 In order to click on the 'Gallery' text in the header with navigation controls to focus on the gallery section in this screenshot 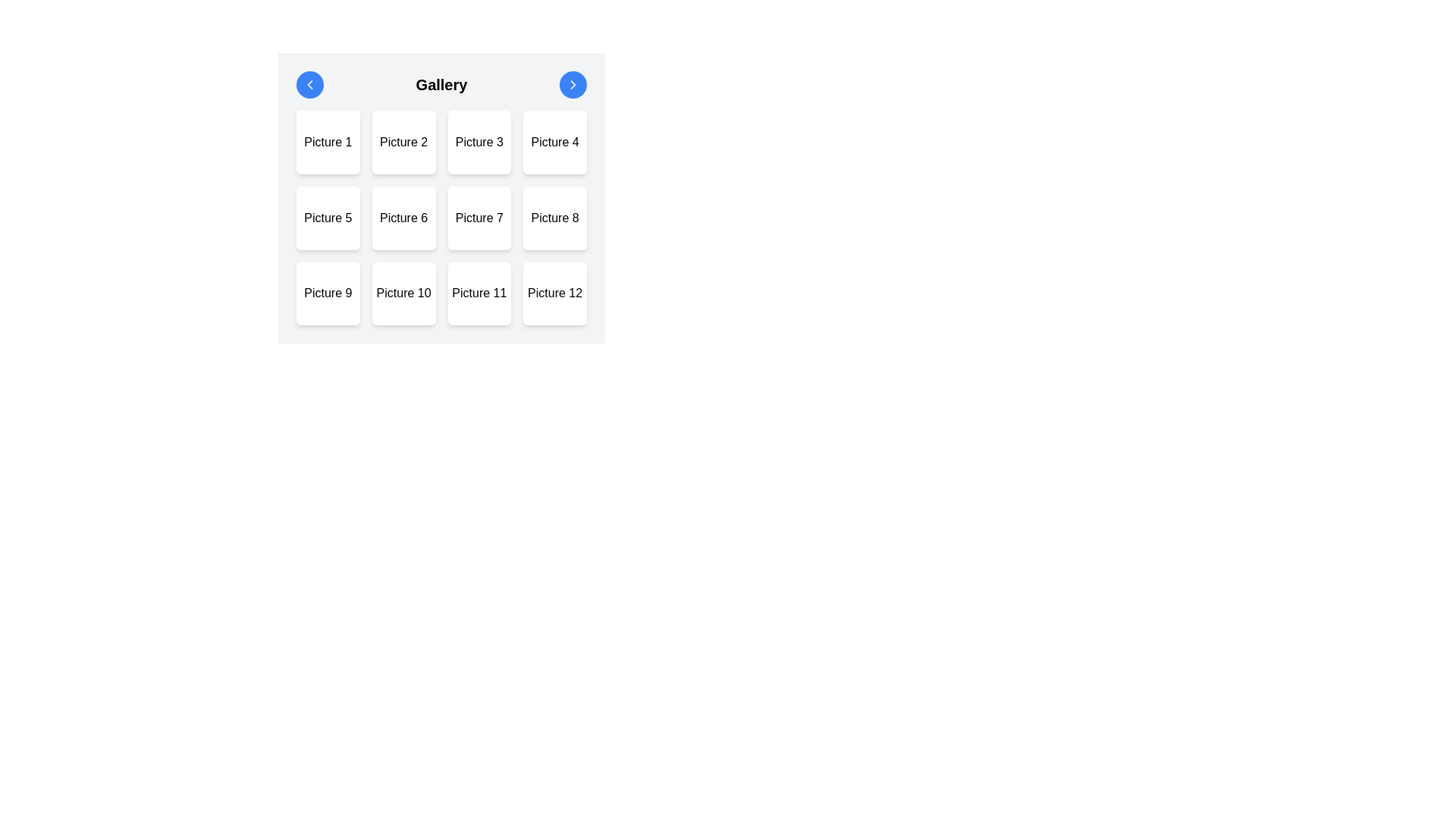, I will do `click(441, 84)`.